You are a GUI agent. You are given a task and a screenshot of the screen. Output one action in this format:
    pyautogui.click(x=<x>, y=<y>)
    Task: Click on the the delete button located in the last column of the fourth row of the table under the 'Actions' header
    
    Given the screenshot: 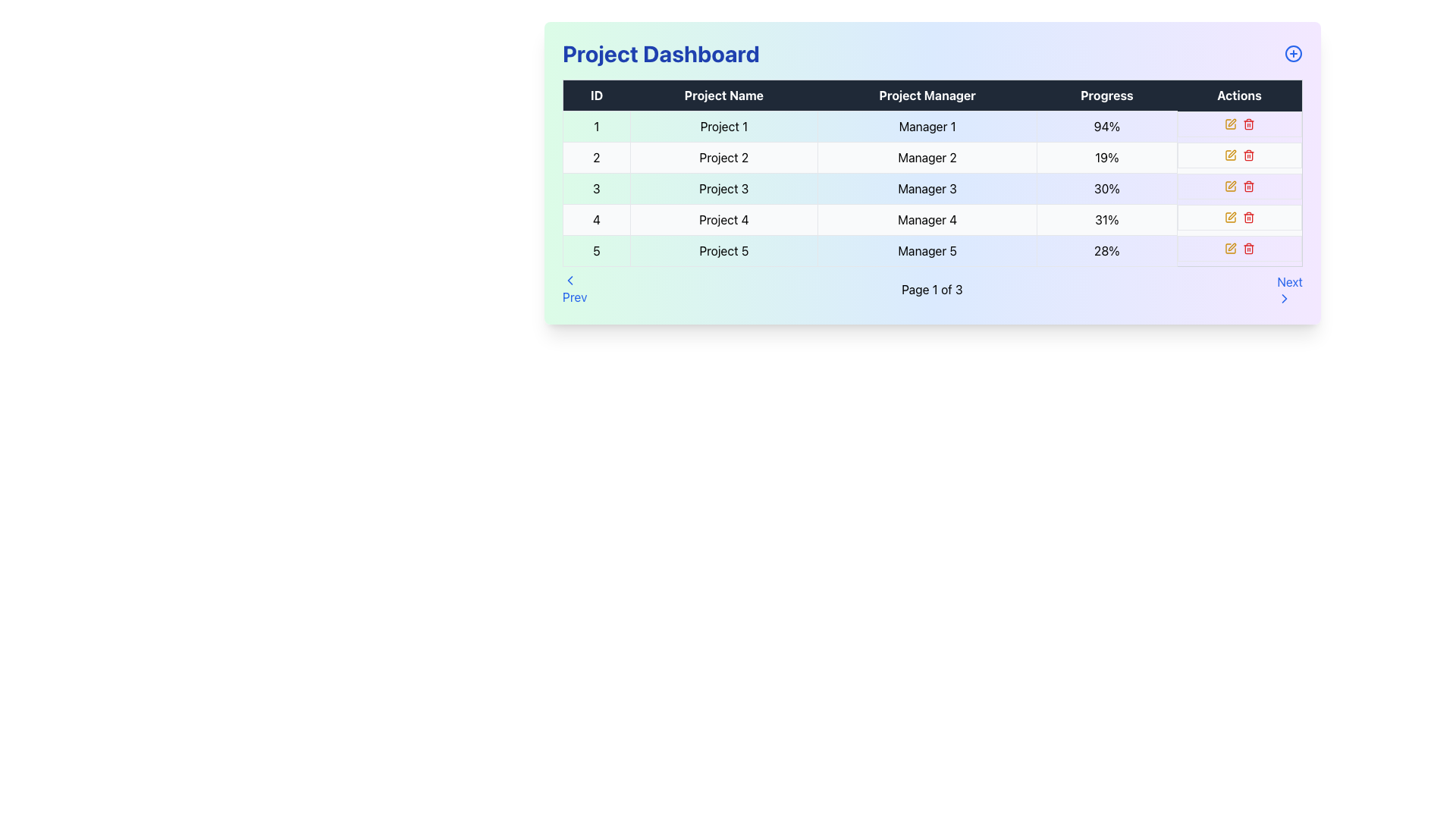 What is the action you would take?
    pyautogui.click(x=1248, y=217)
    